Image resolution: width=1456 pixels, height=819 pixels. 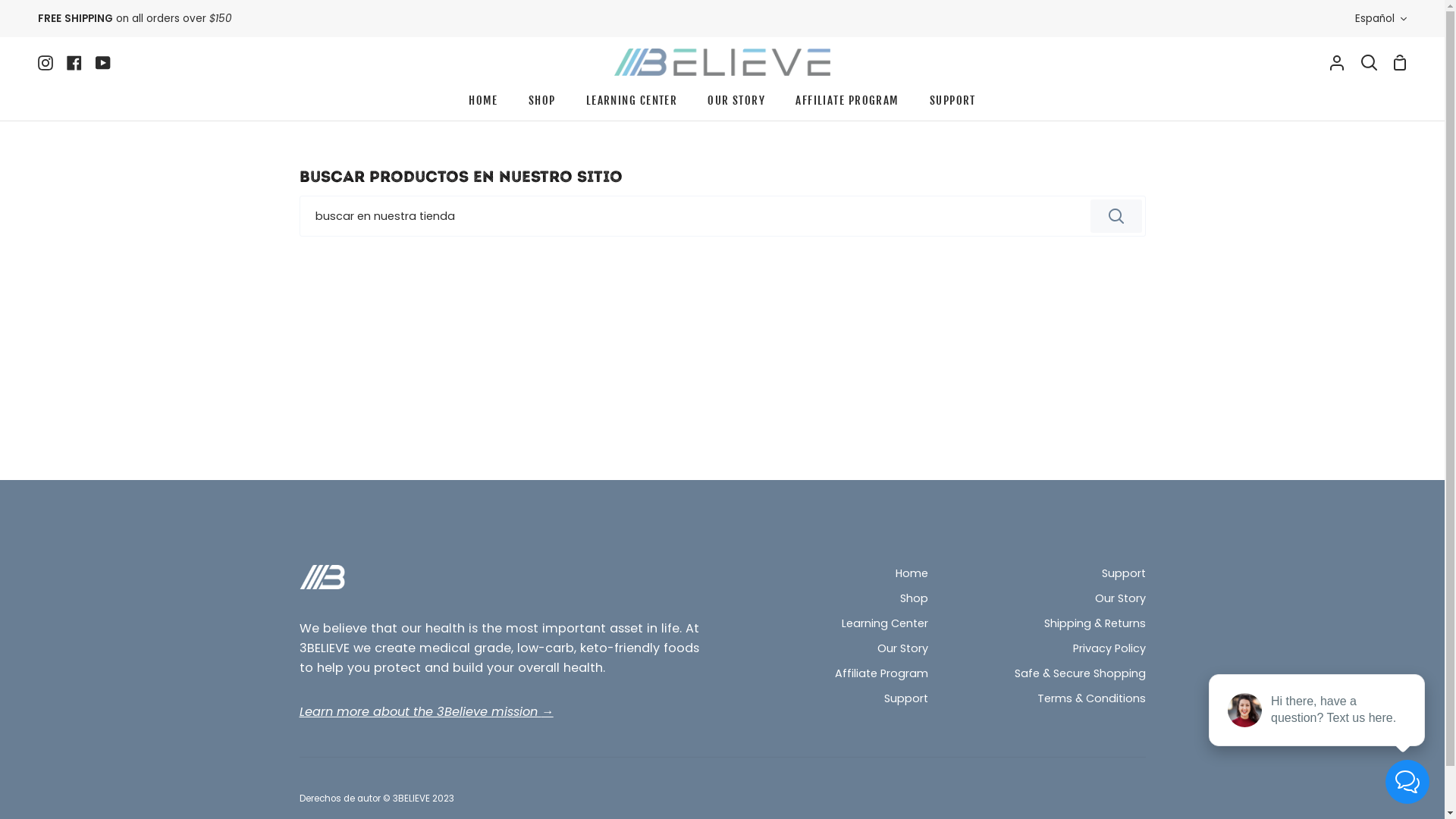 What do you see at coordinates (59, 61) in the screenshot?
I see `'Facebook'` at bounding box center [59, 61].